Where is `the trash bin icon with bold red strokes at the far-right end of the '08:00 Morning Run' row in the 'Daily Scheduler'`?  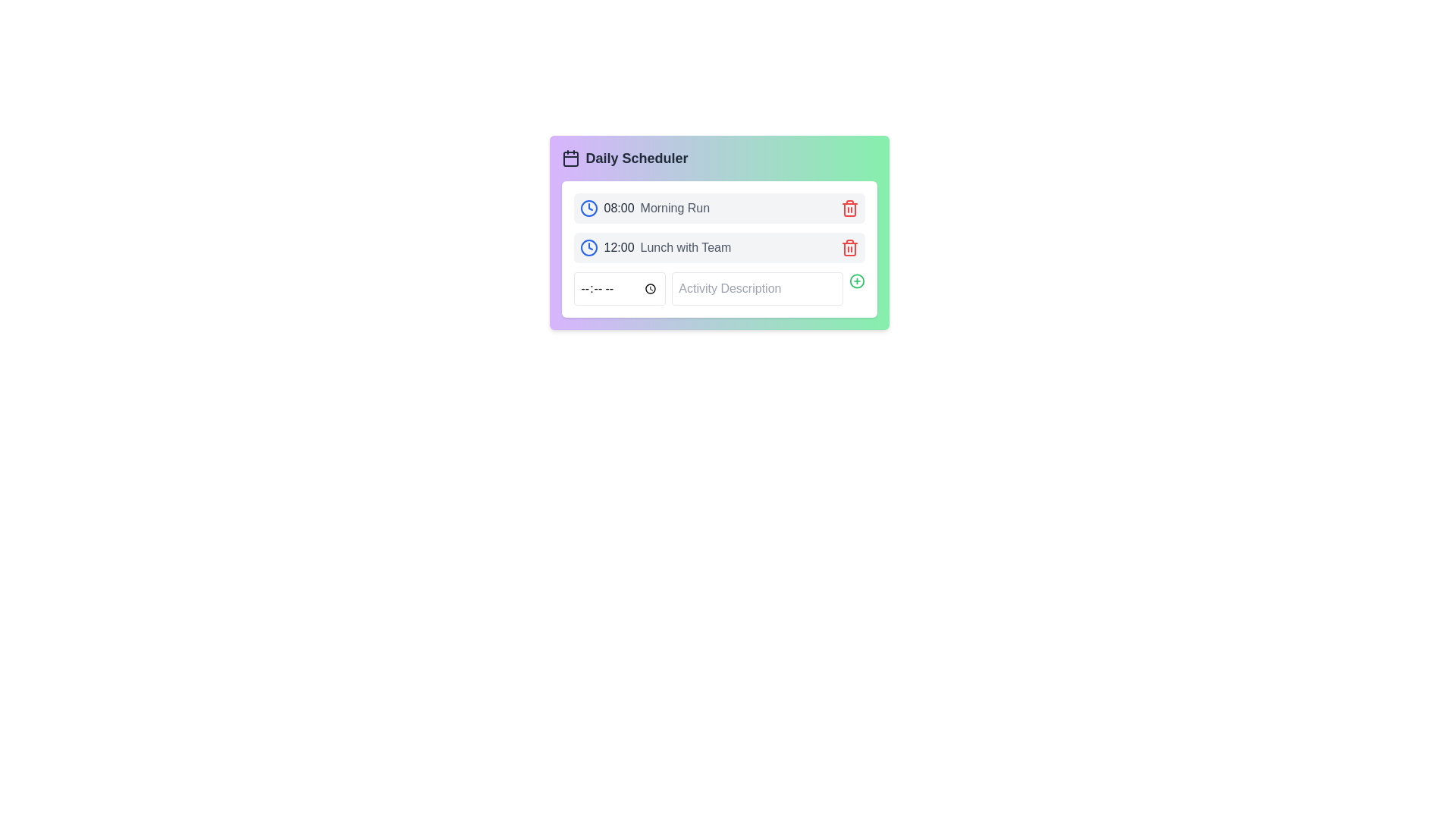 the trash bin icon with bold red strokes at the far-right end of the '08:00 Morning Run' row in the 'Daily Scheduler' is located at coordinates (849, 208).